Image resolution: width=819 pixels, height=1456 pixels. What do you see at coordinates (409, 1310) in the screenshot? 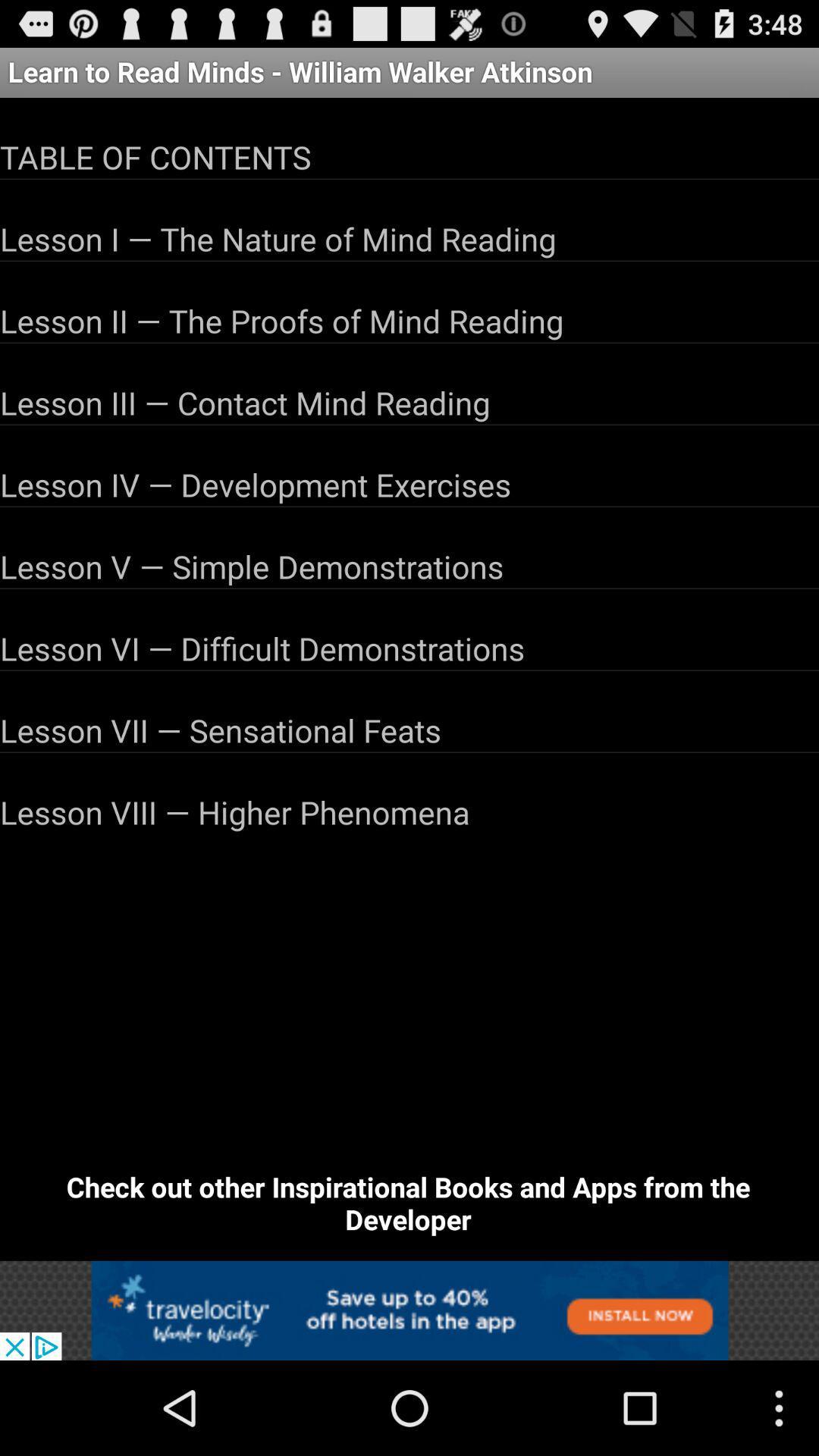
I see `advertisement display` at bounding box center [409, 1310].